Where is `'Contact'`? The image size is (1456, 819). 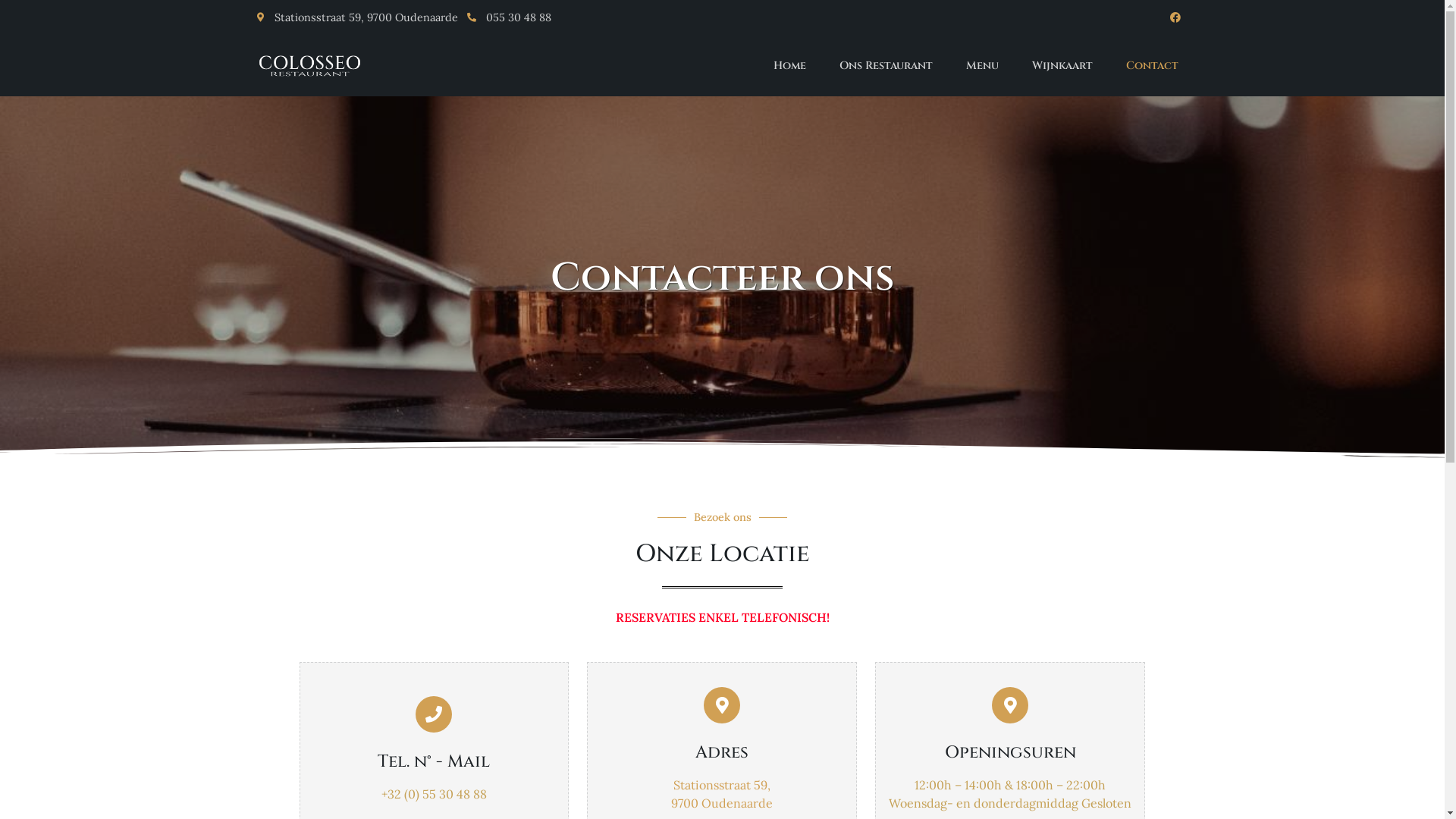 'Contact' is located at coordinates (1151, 65).